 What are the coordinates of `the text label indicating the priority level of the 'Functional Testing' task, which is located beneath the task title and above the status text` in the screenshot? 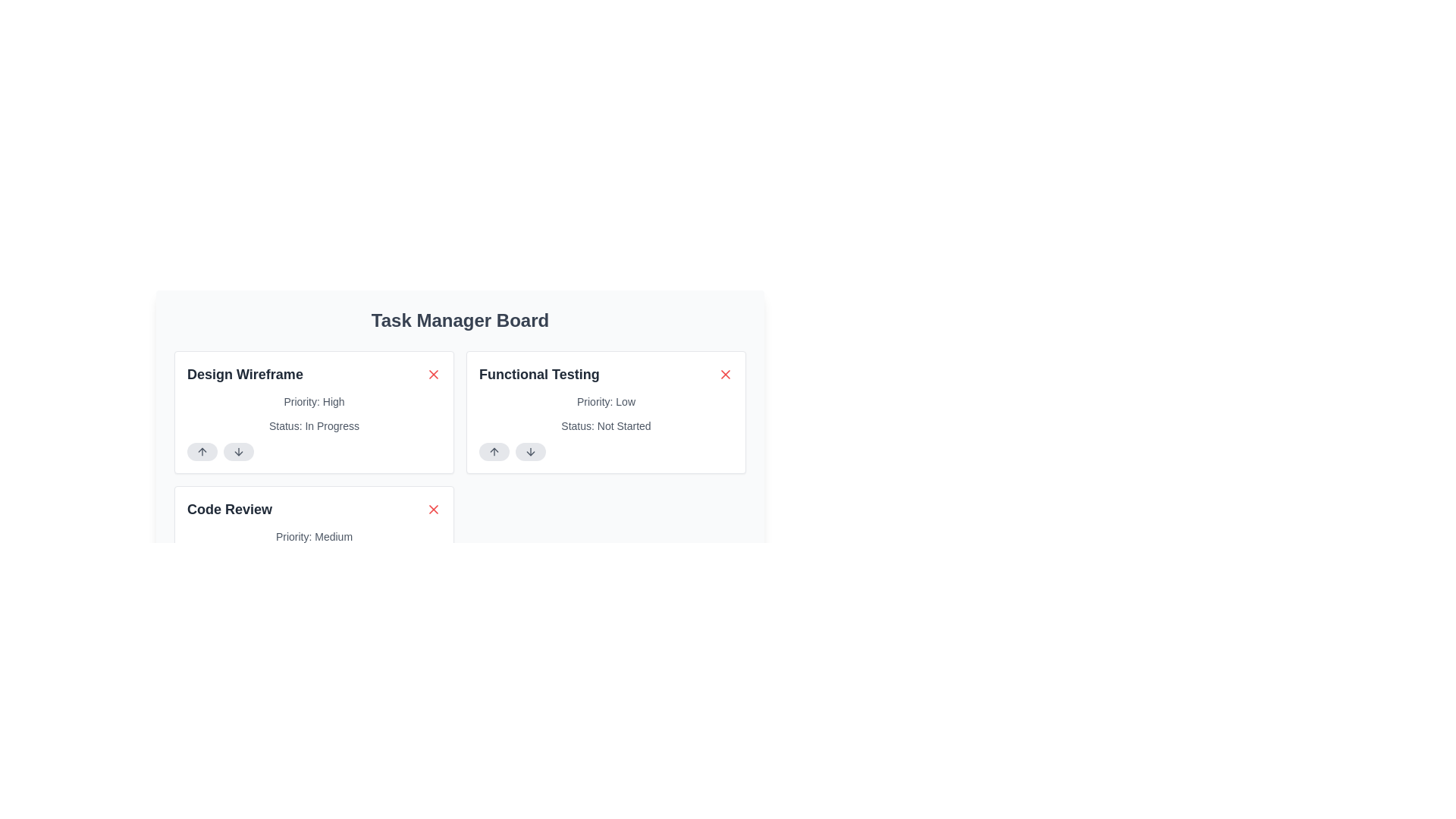 It's located at (605, 400).